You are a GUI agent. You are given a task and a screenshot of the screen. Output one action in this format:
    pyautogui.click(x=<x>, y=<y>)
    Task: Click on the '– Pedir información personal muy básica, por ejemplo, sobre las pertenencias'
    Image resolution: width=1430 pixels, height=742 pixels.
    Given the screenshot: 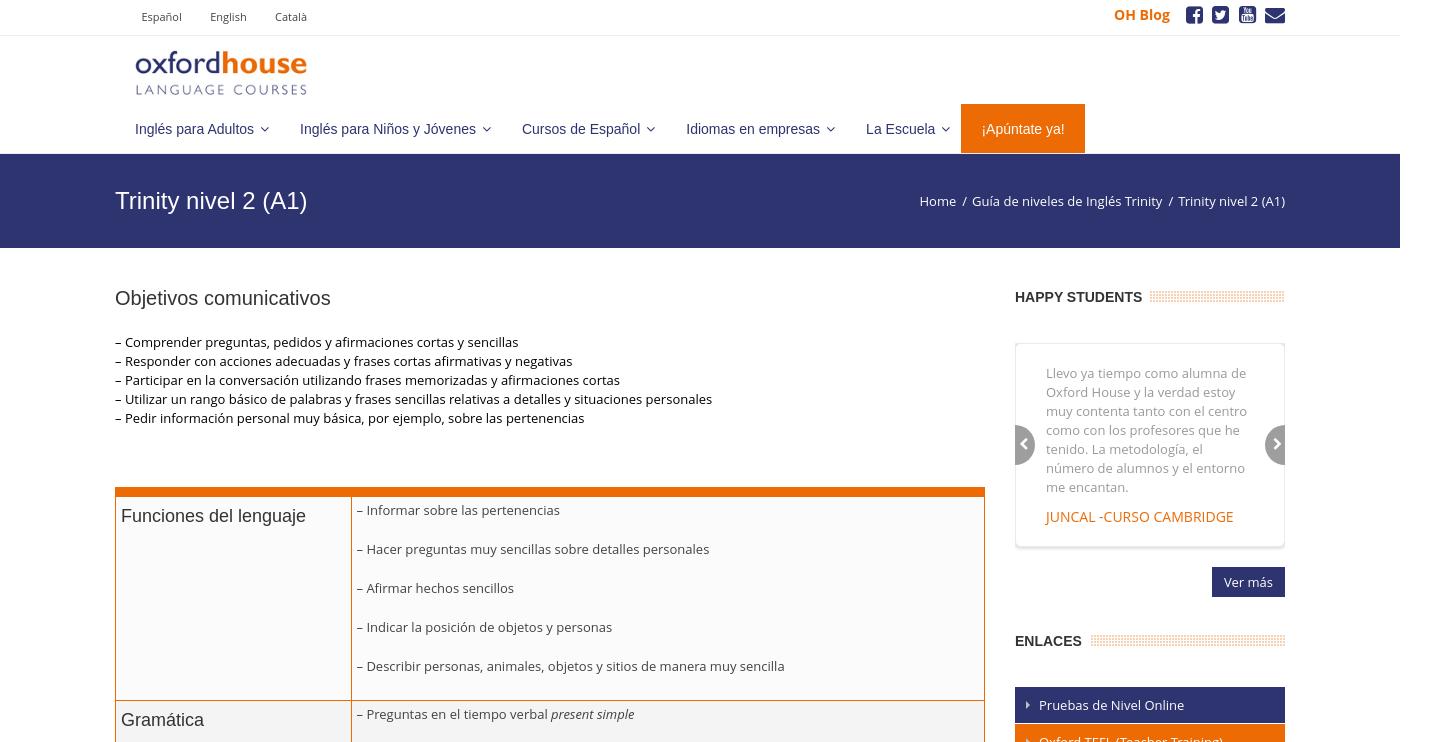 What is the action you would take?
    pyautogui.click(x=348, y=417)
    